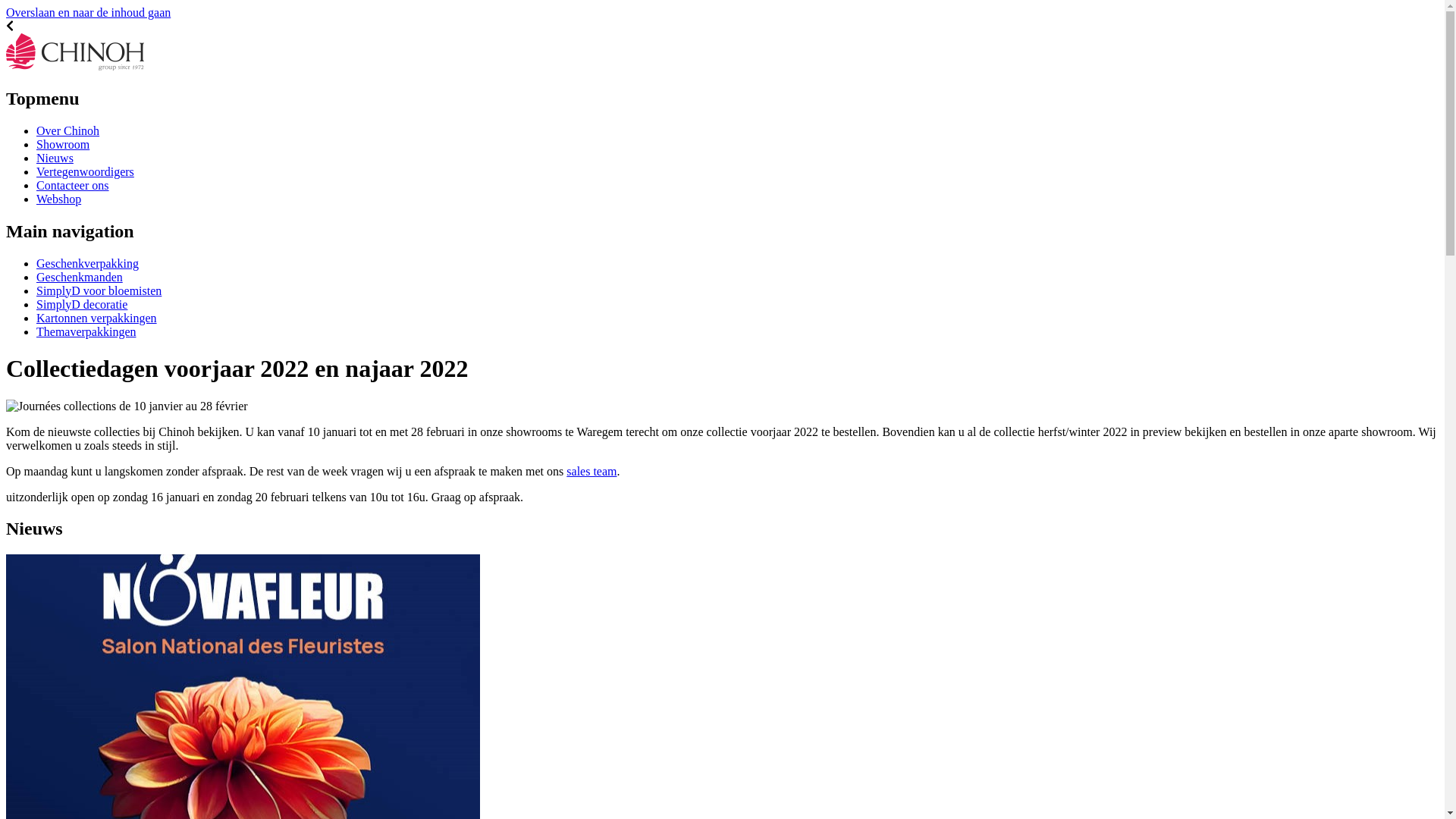 The height and width of the screenshot is (819, 1456). Describe the element at coordinates (55, 158) in the screenshot. I see `'Nieuws'` at that location.